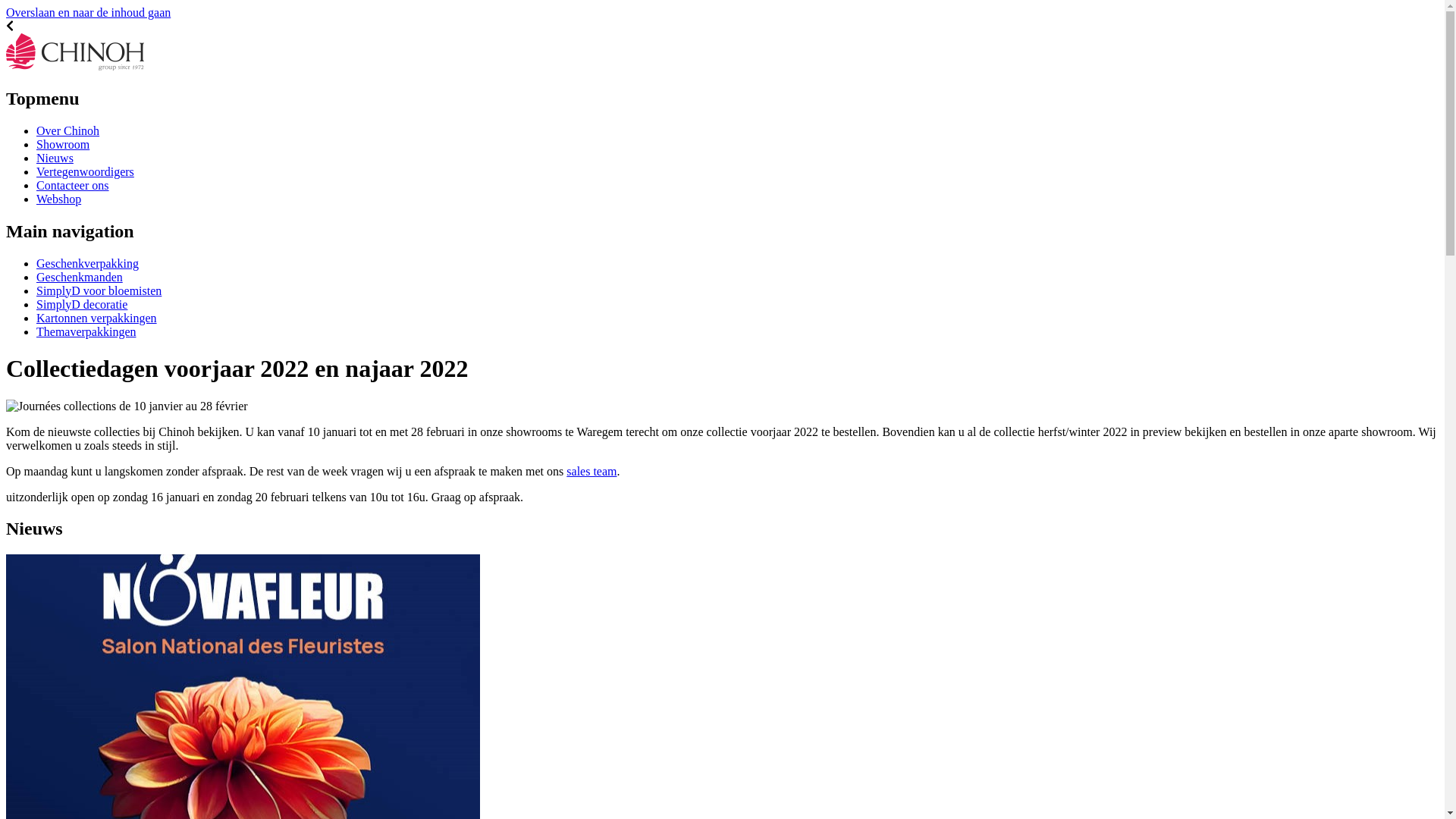 The height and width of the screenshot is (819, 1456). Describe the element at coordinates (55, 158) in the screenshot. I see `'Nieuws'` at that location.